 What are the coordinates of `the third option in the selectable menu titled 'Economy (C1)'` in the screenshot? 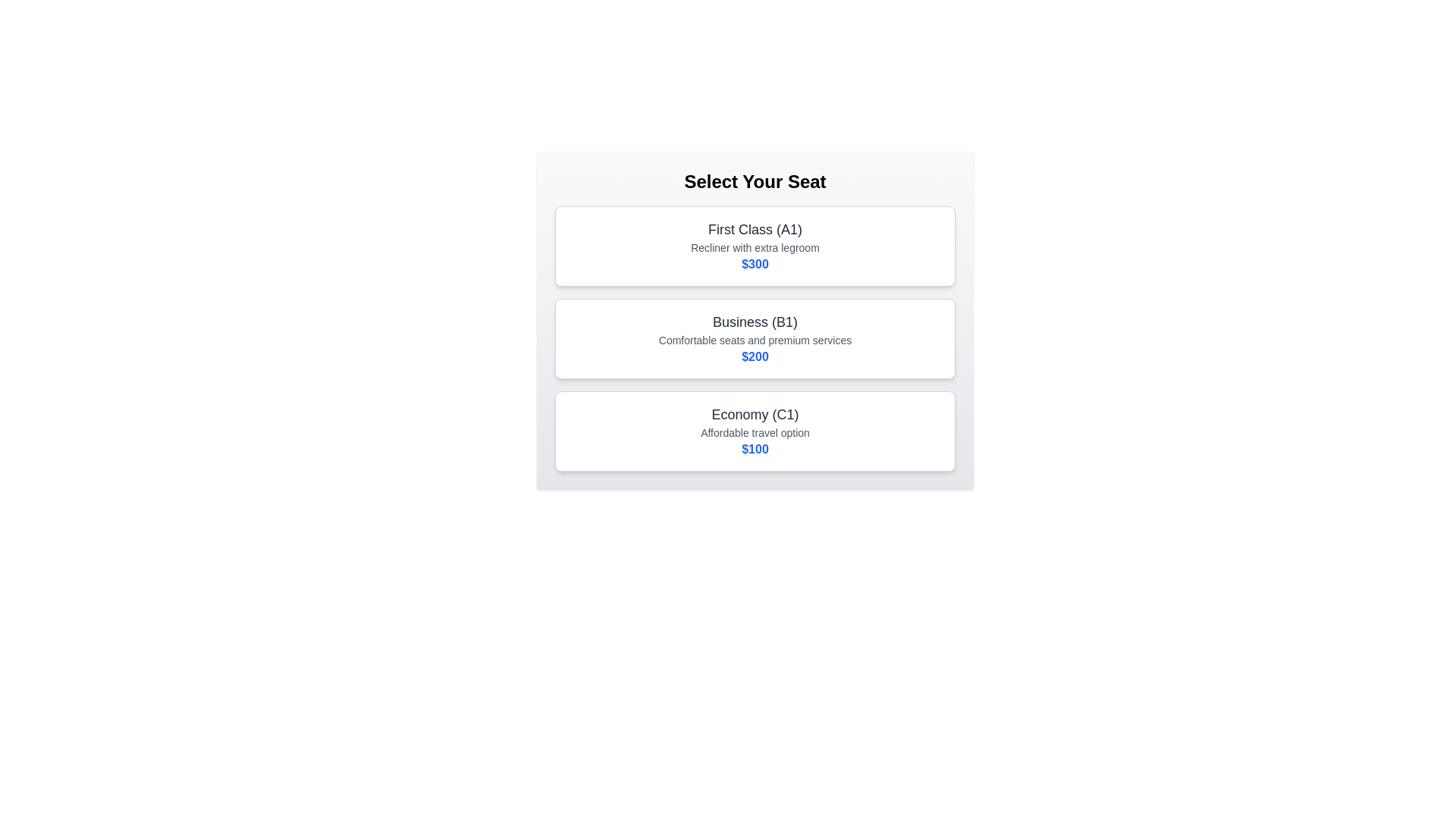 It's located at (755, 431).